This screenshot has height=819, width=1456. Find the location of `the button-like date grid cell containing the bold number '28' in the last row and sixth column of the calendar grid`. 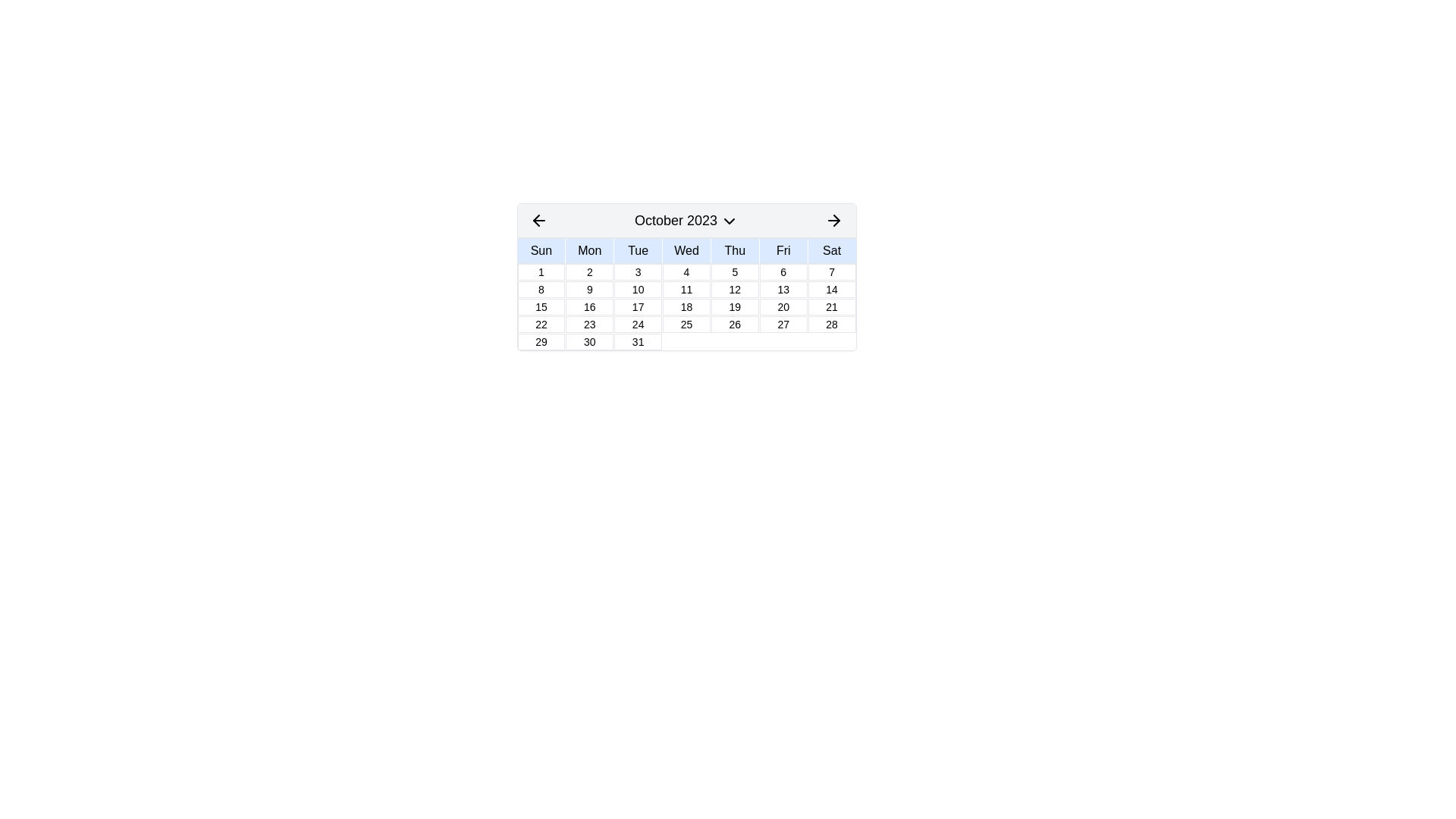

the button-like date grid cell containing the bold number '28' in the last row and sixth column of the calendar grid is located at coordinates (831, 324).